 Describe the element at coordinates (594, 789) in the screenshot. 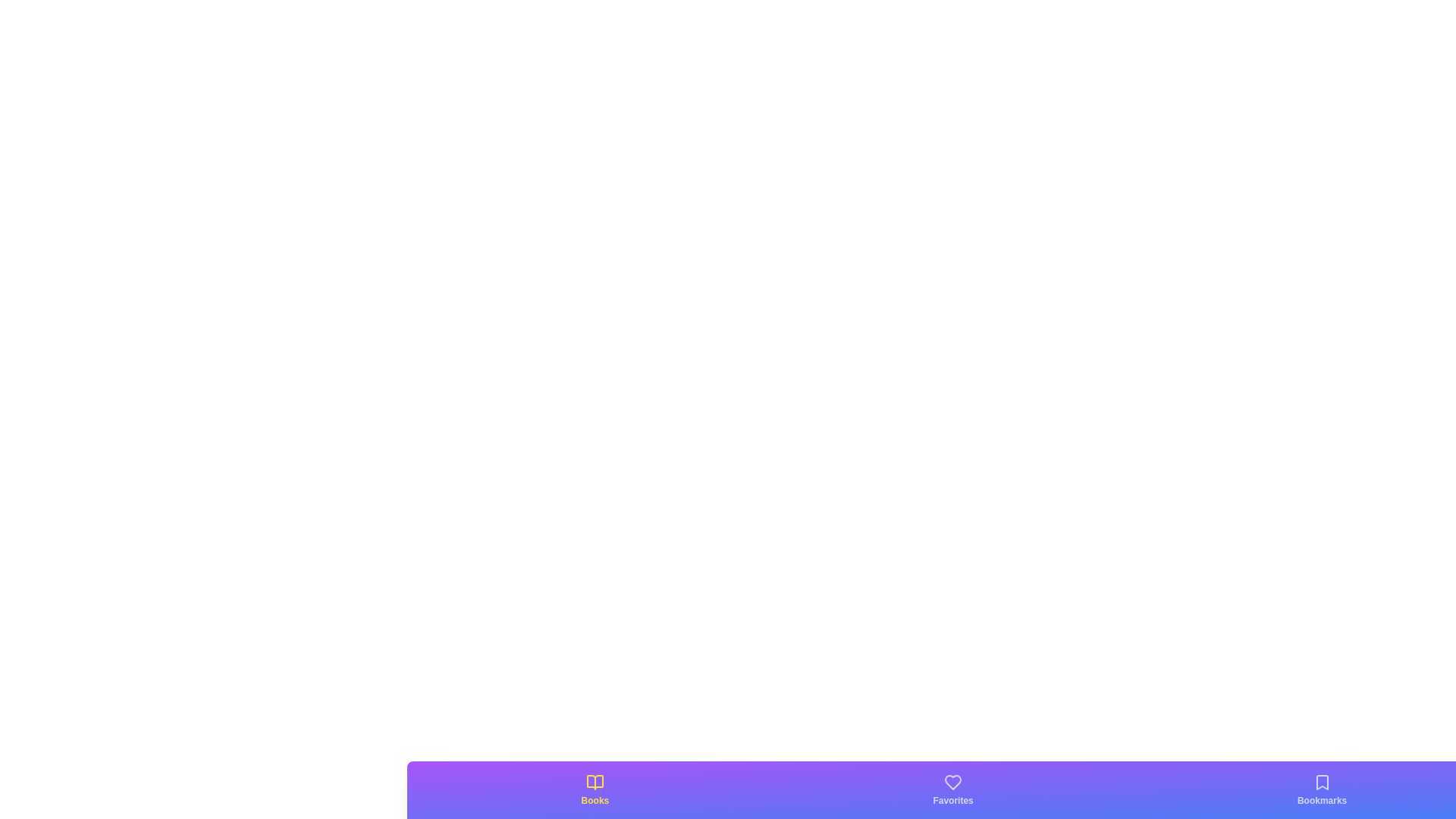

I see `the tab with the label Books` at that location.